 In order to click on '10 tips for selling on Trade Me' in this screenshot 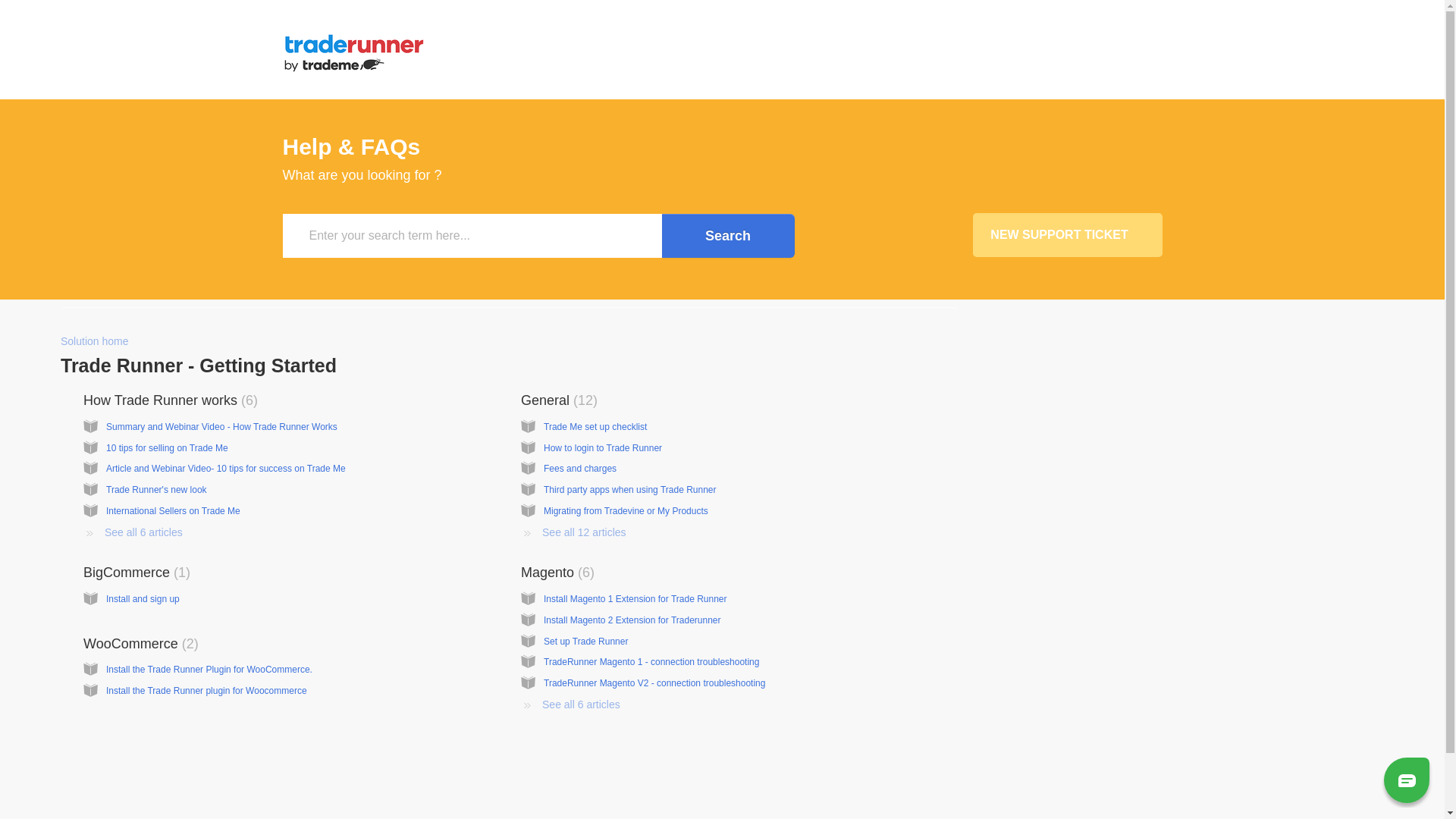, I will do `click(167, 447)`.